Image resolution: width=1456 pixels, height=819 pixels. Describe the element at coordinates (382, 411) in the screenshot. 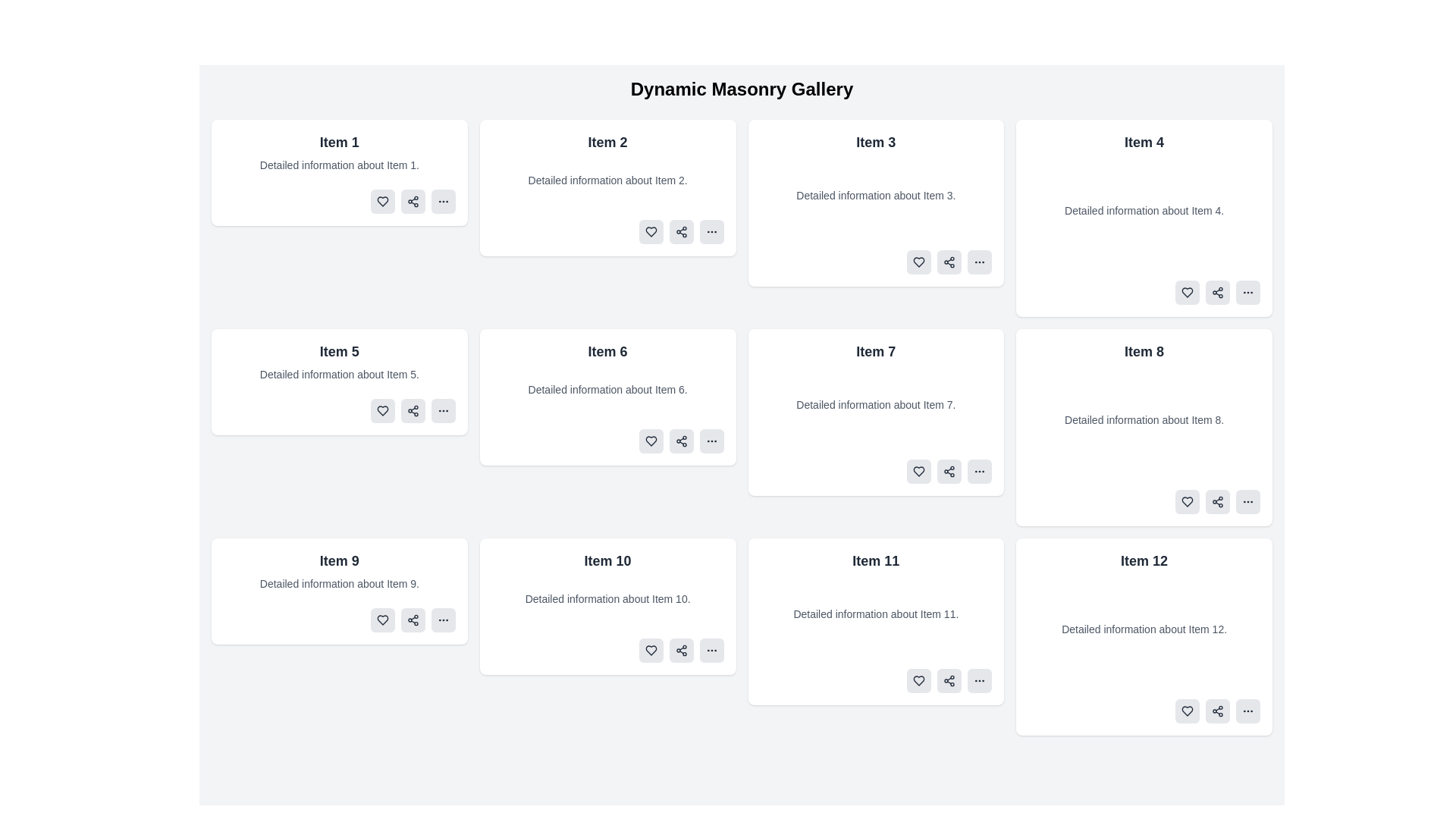

I see `the heart-shaped icon button located in the bottom-left section of the card labeled 'Item 5' to like the item` at that location.